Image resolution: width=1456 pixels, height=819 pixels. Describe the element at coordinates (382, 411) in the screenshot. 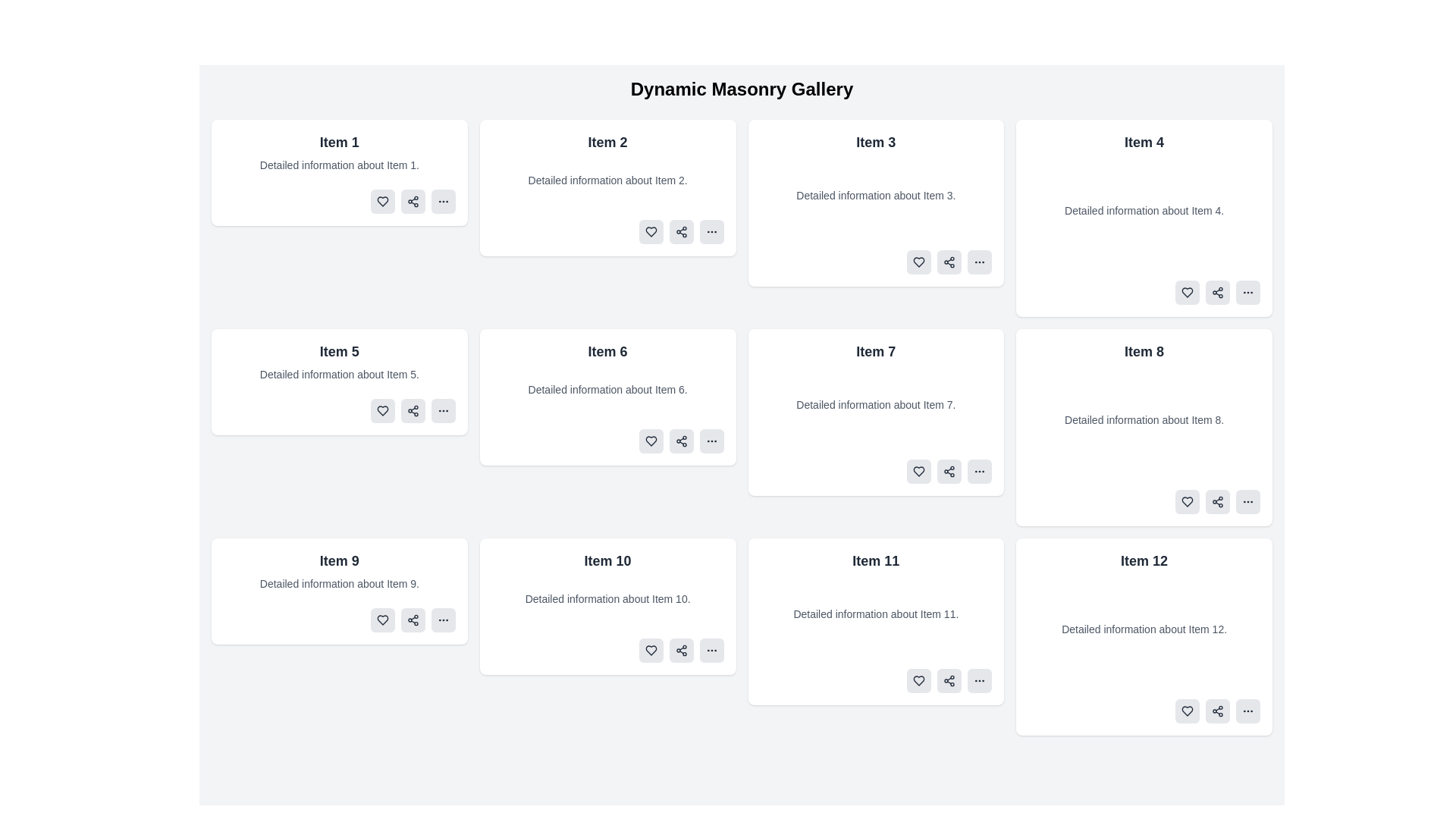

I see `the heart-shaped icon button located in the bottom-left section of the card labeled 'Item 5' to like the item` at that location.